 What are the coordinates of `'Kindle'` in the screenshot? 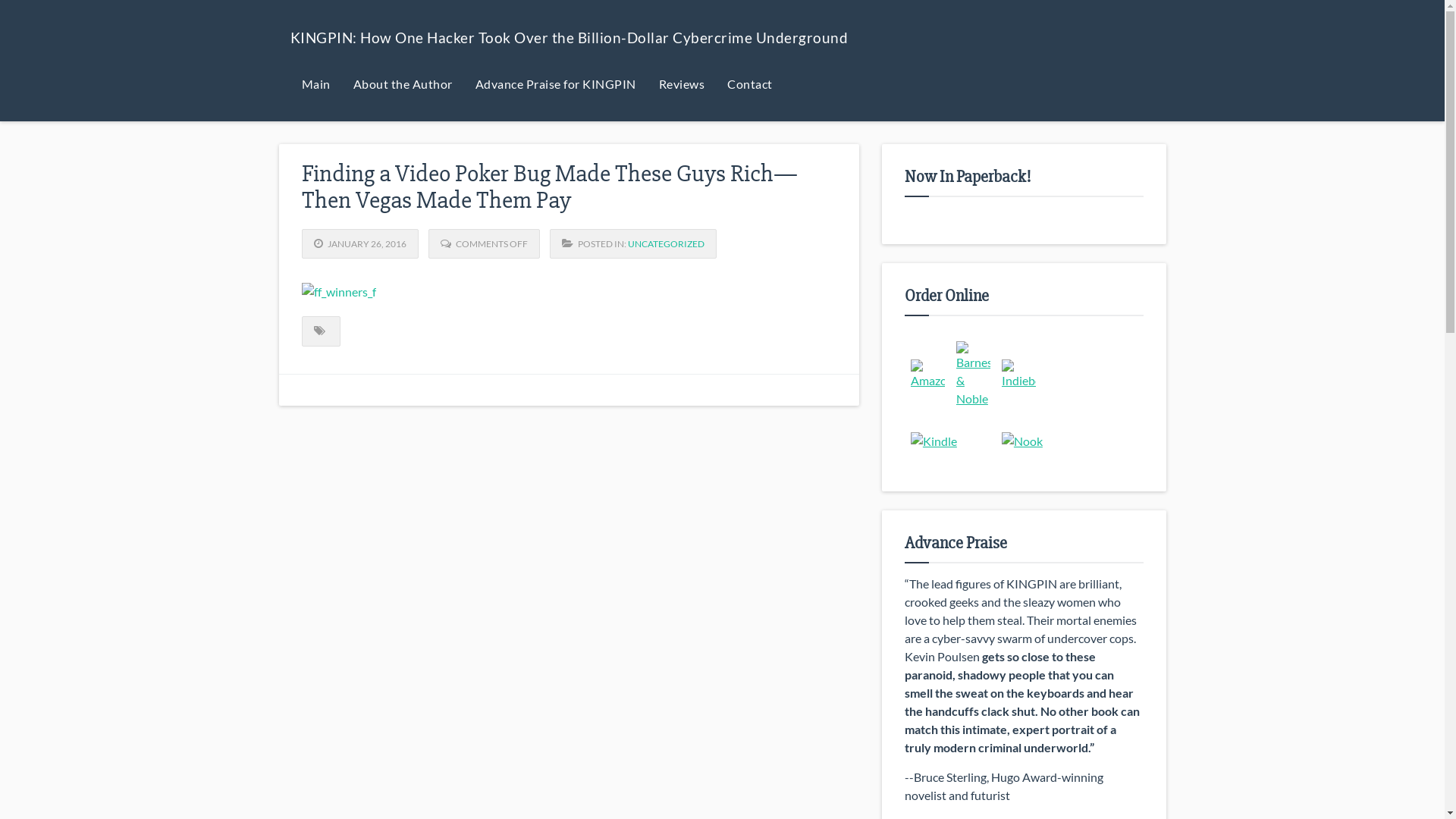 It's located at (933, 441).